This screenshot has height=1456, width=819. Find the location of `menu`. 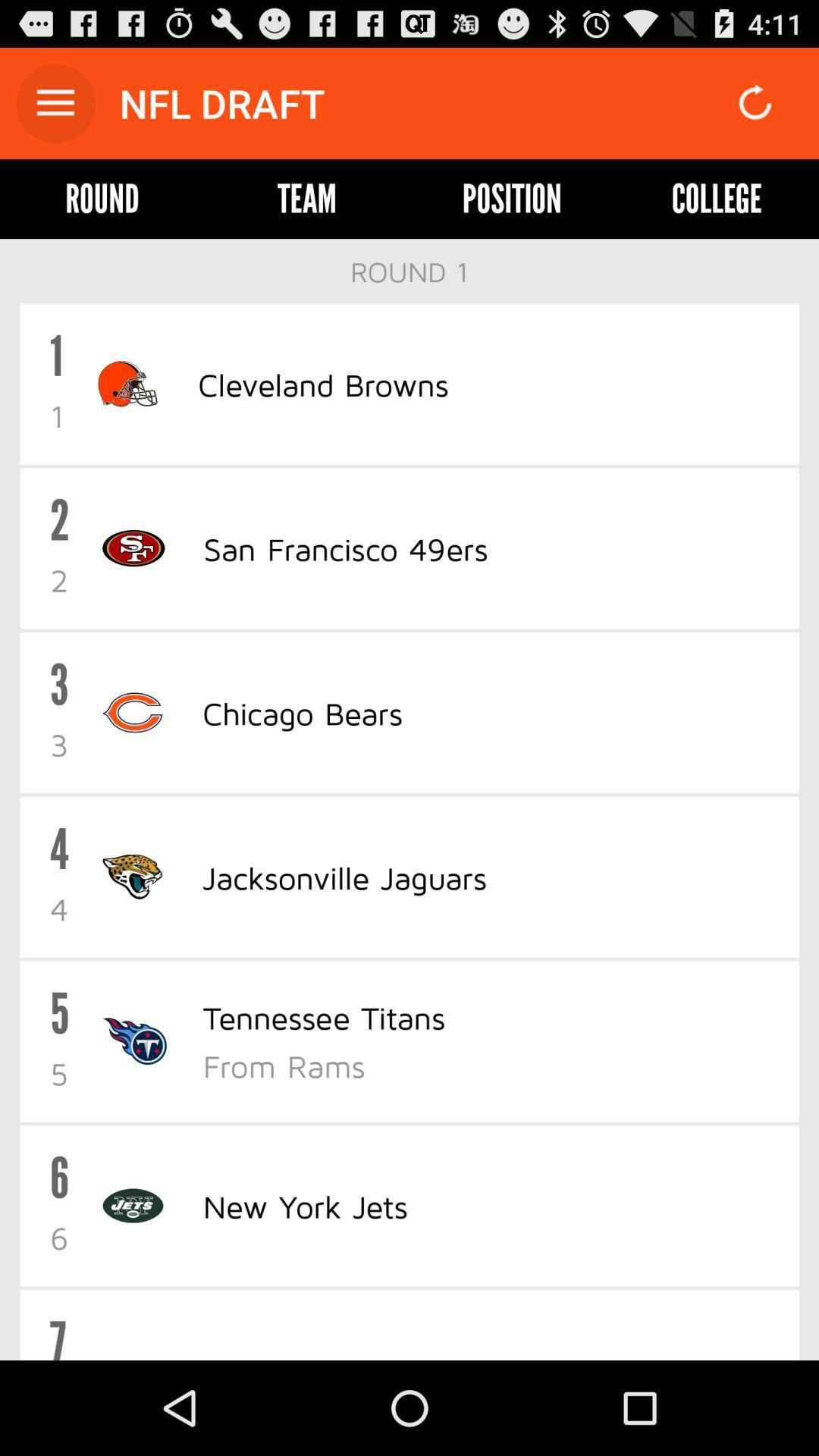

menu is located at coordinates (55, 102).